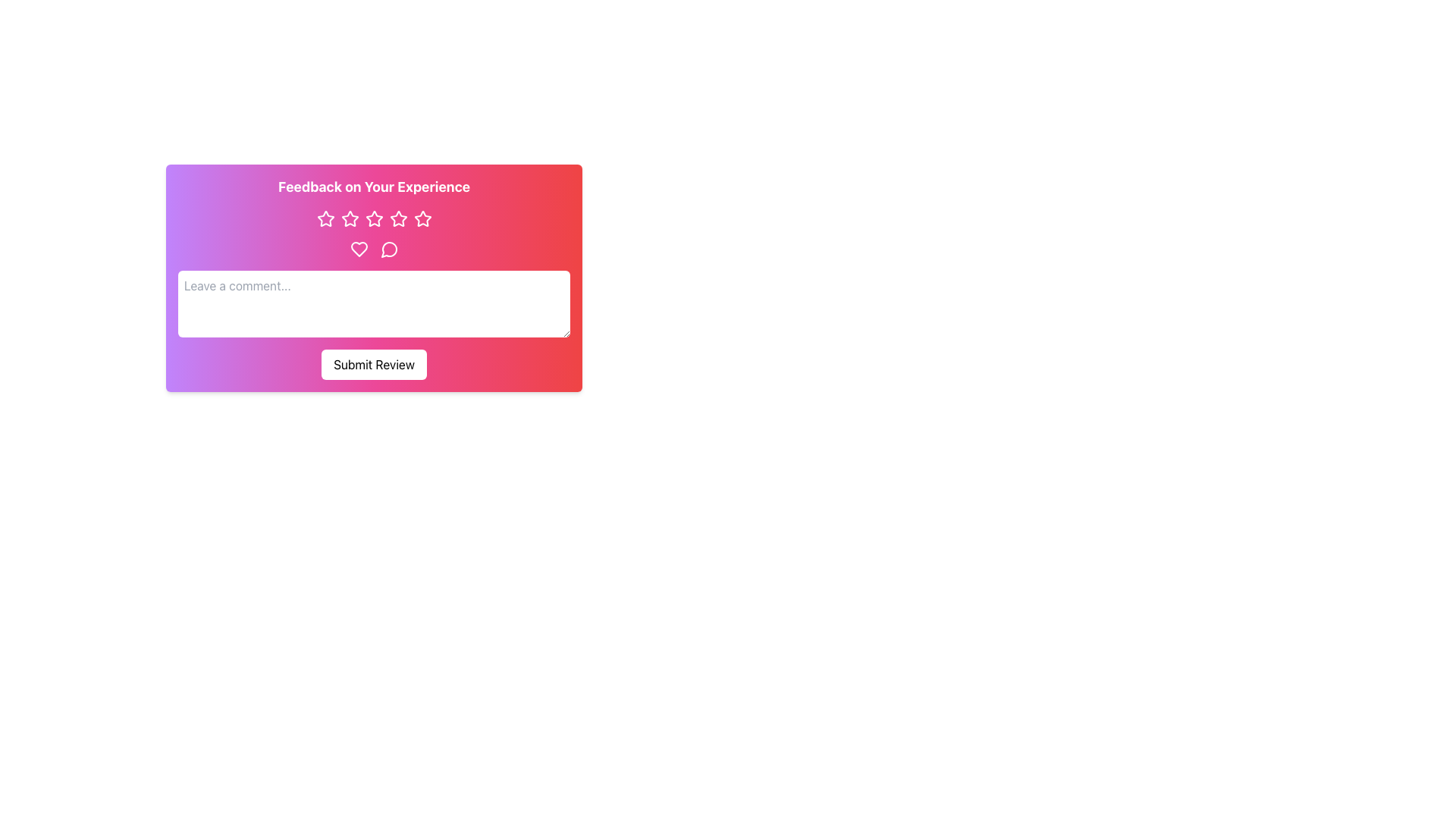 The image size is (1456, 819). What do you see at coordinates (325, 218) in the screenshot?
I see `the first star-shaped icon with a pink gradient fill located beneath the text 'Feedback on Your Experience'` at bounding box center [325, 218].